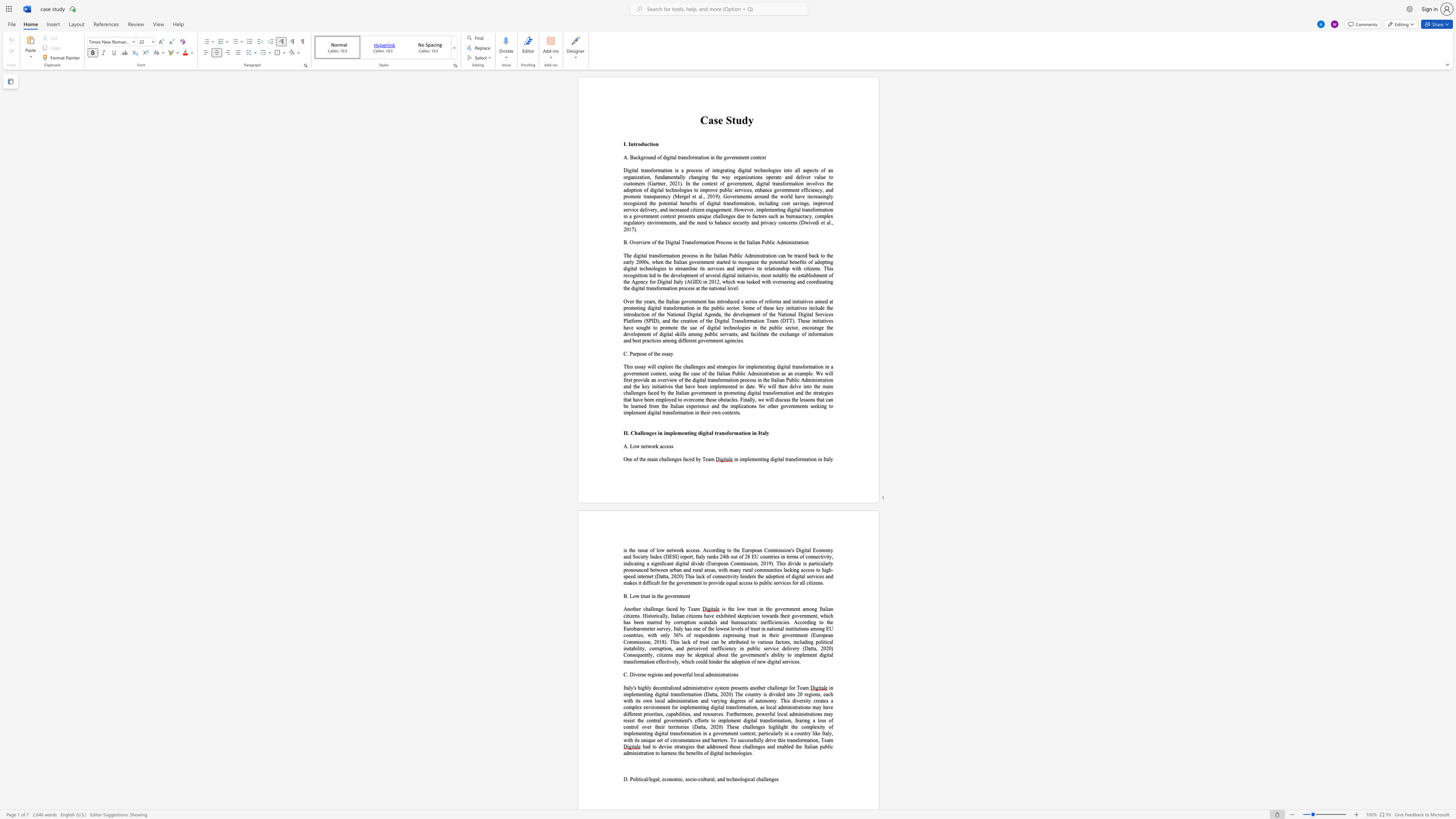  Describe the element at coordinates (722, 779) in the screenshot. I see `the subset text "d technologi" within the text "D. Political/legal, economic, socio-cultural, and technological challenges"` at that location.